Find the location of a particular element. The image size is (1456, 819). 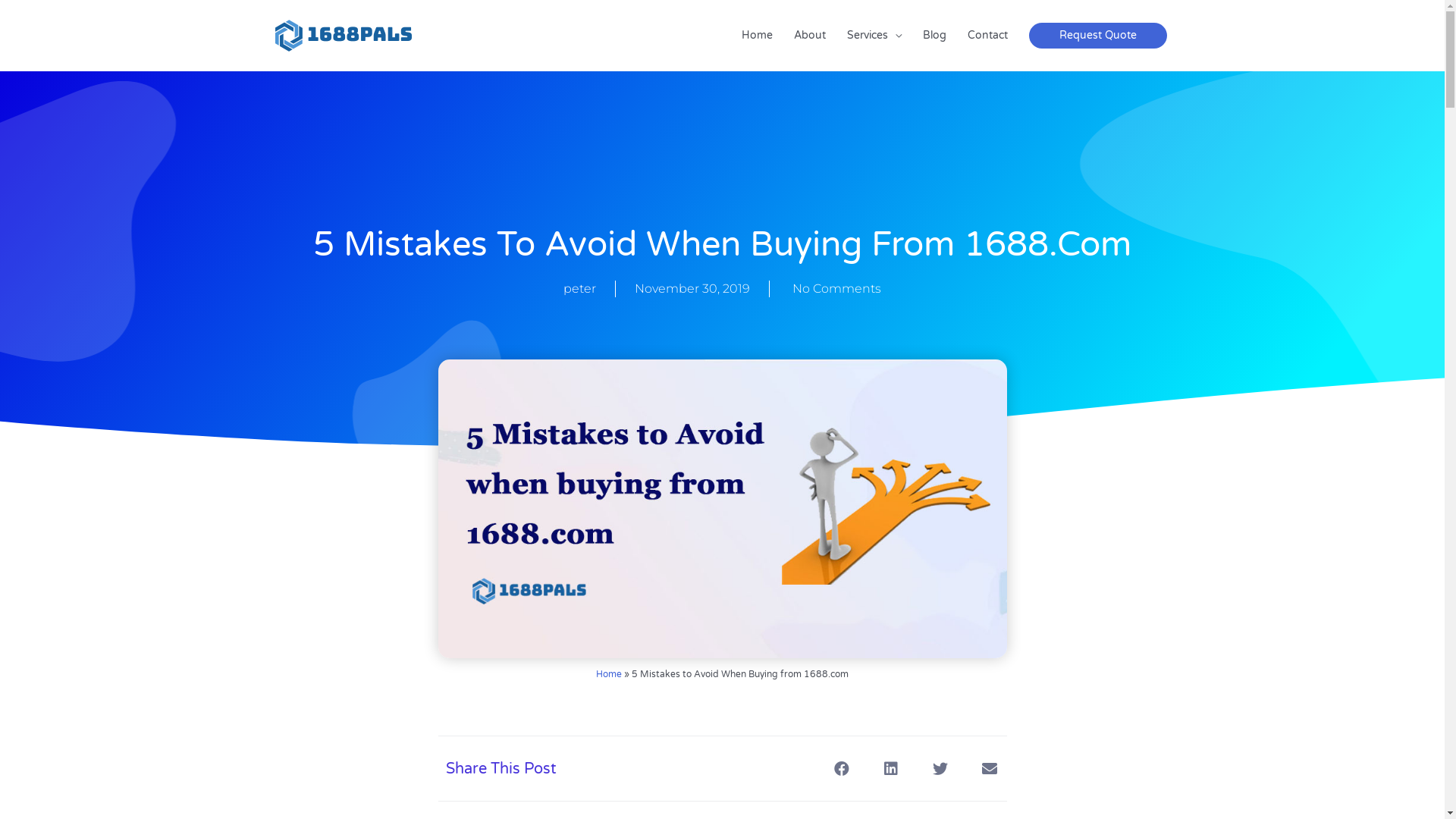

'November 30, 2019' is located at coordinates (691, 289).